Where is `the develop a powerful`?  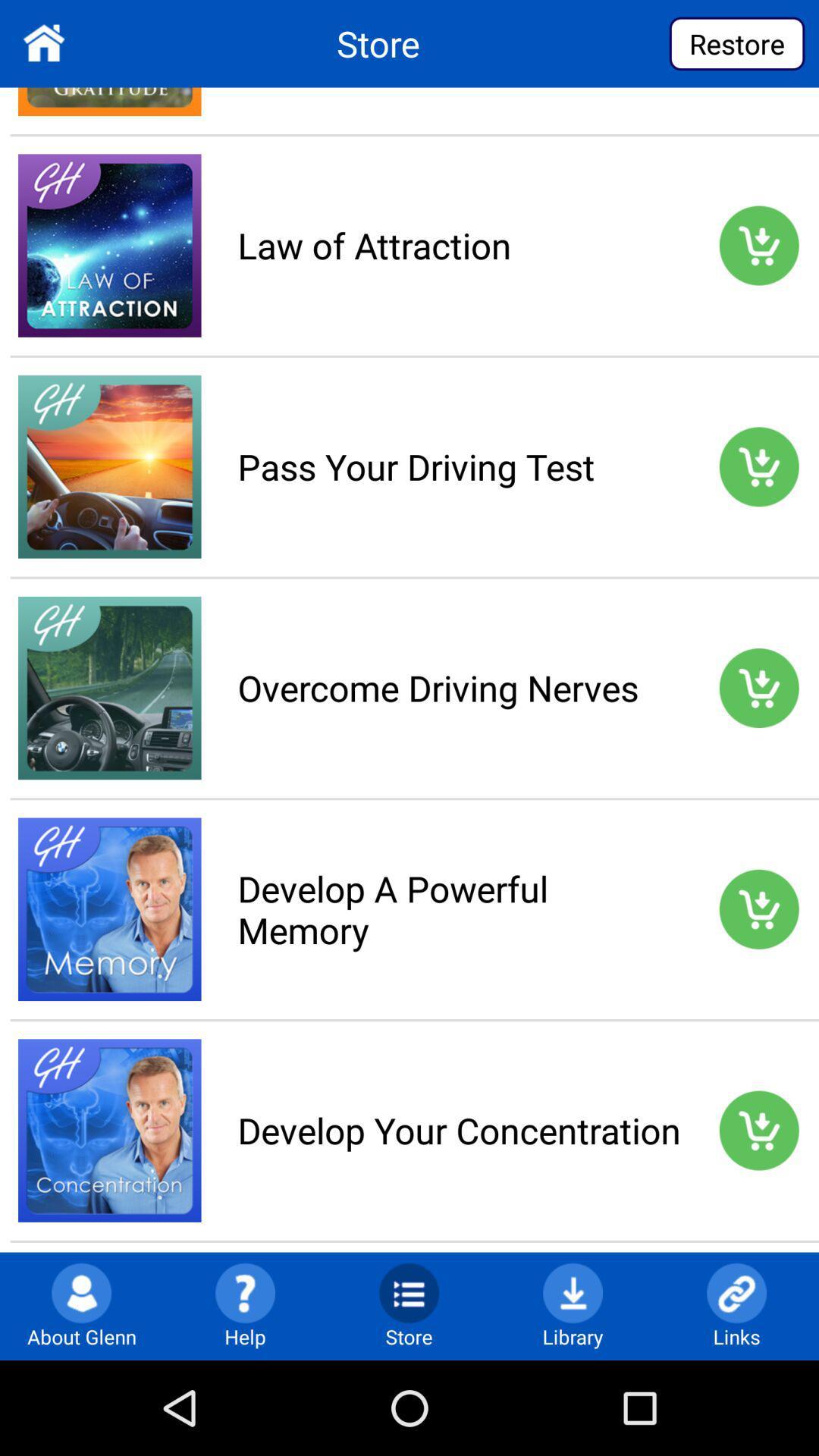
the develop a powerful is located at coordinates (458, 909).